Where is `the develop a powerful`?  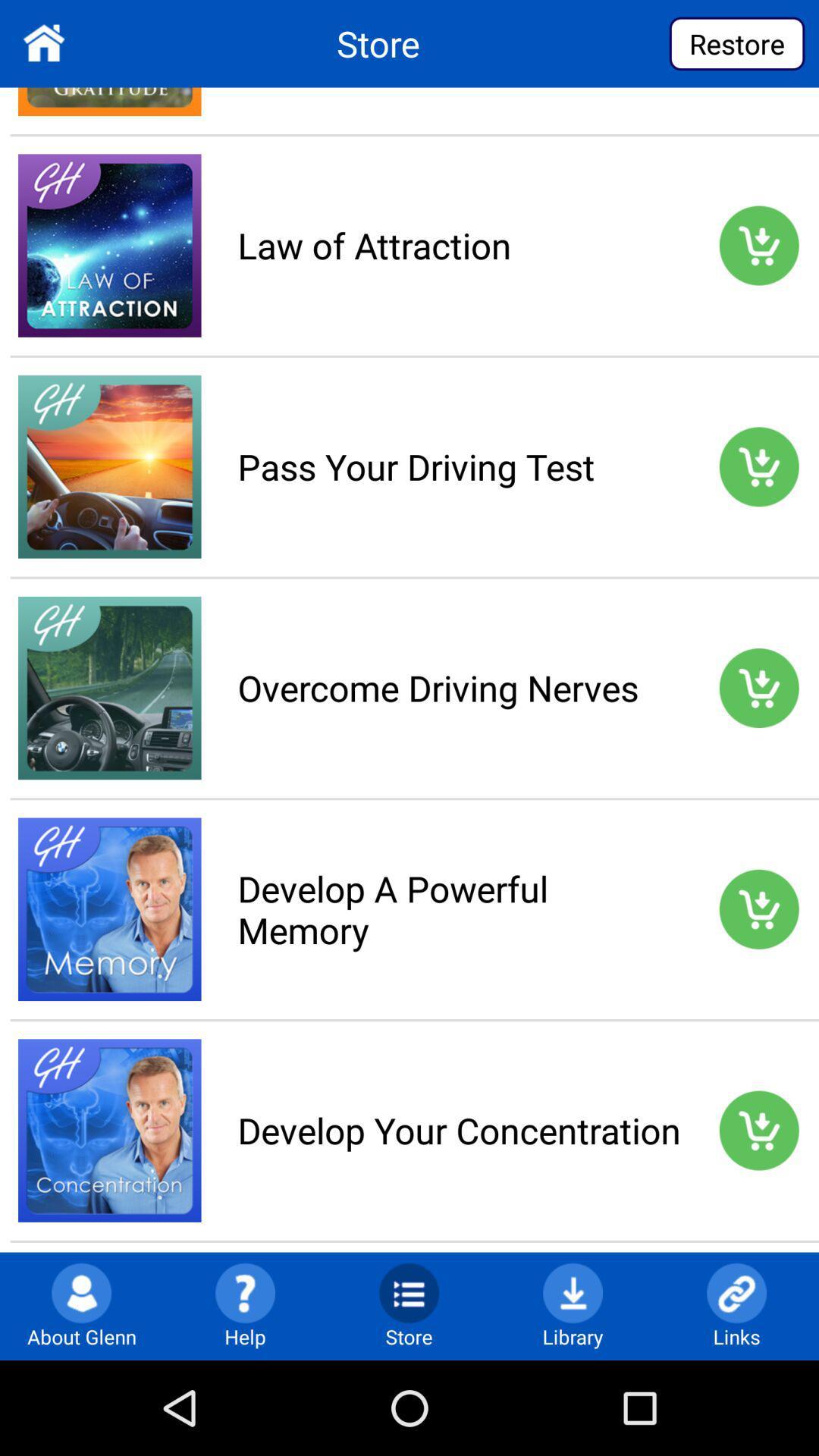
the develop a powerful is located at coordinates (458, 909).